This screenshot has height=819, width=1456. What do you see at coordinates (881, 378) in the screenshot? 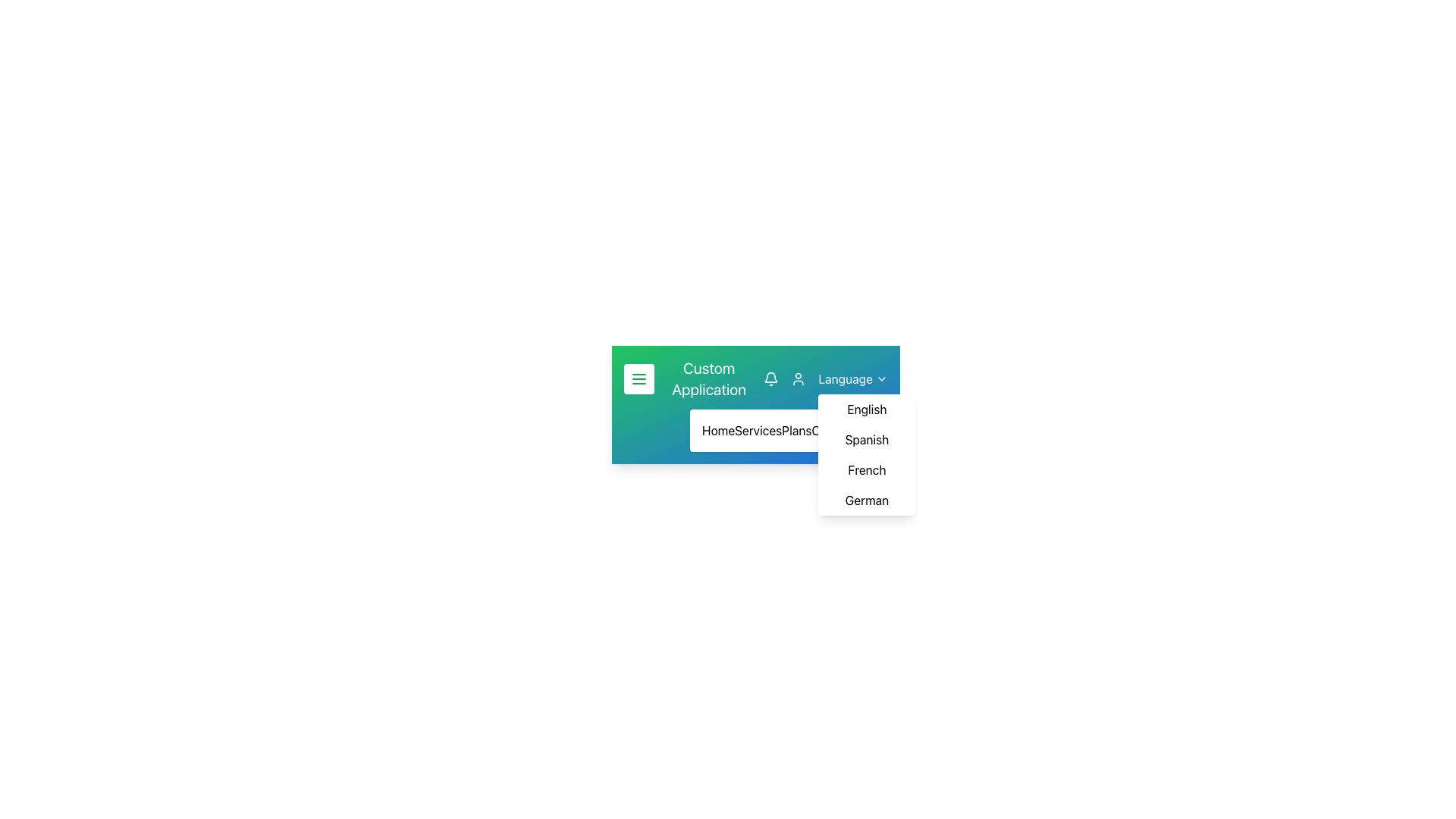
I see `the Dropdown Menu Trigger Icon, which is a downward pointing chevron located next to the 'Language' text in the top navigation bar` at bounding box center [881, 378].